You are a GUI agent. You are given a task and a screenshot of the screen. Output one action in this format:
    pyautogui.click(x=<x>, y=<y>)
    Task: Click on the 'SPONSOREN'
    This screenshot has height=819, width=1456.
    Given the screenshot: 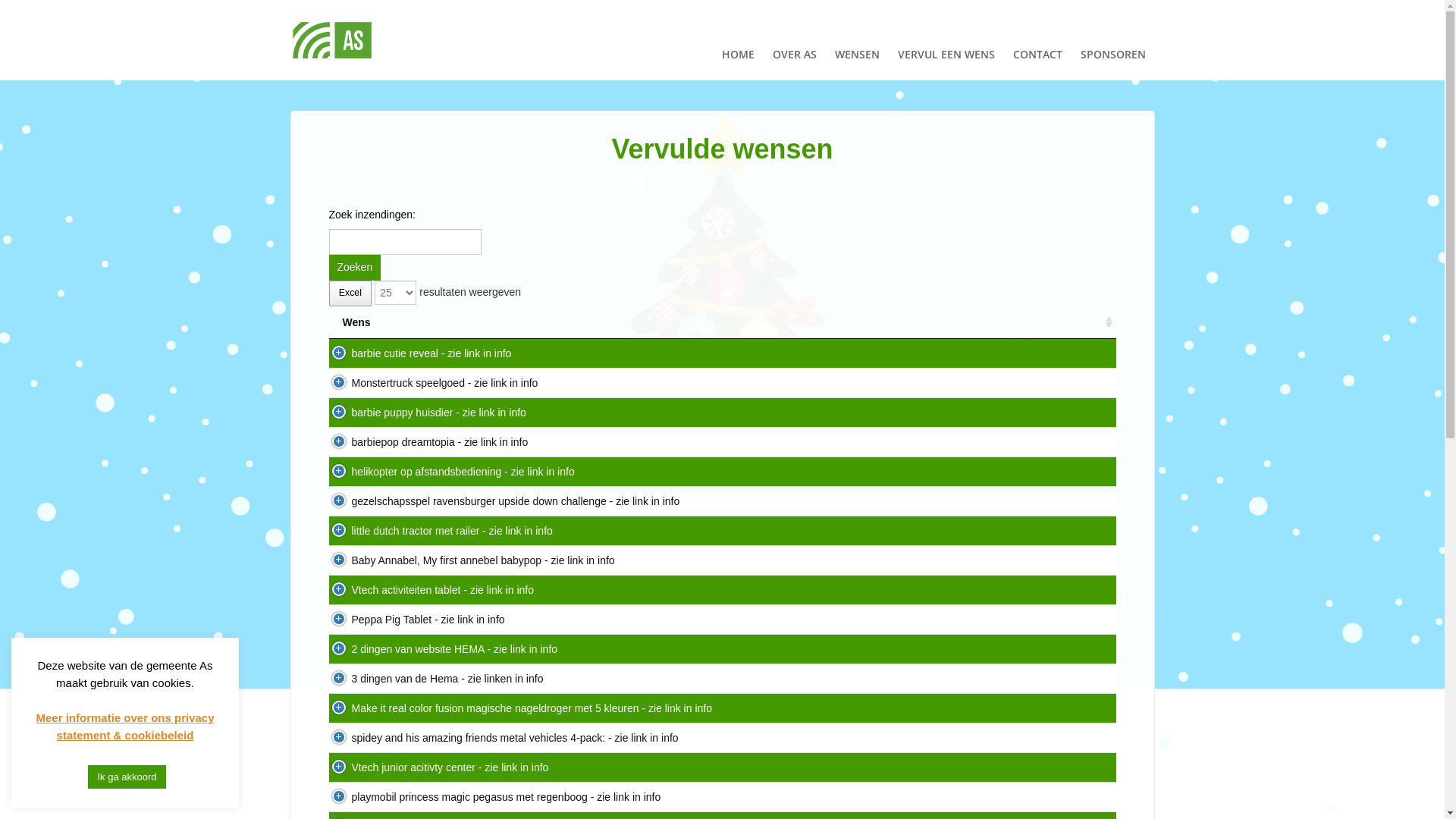 What is the action you would take?
    pyautogui.click(x=1112, y=39)
    